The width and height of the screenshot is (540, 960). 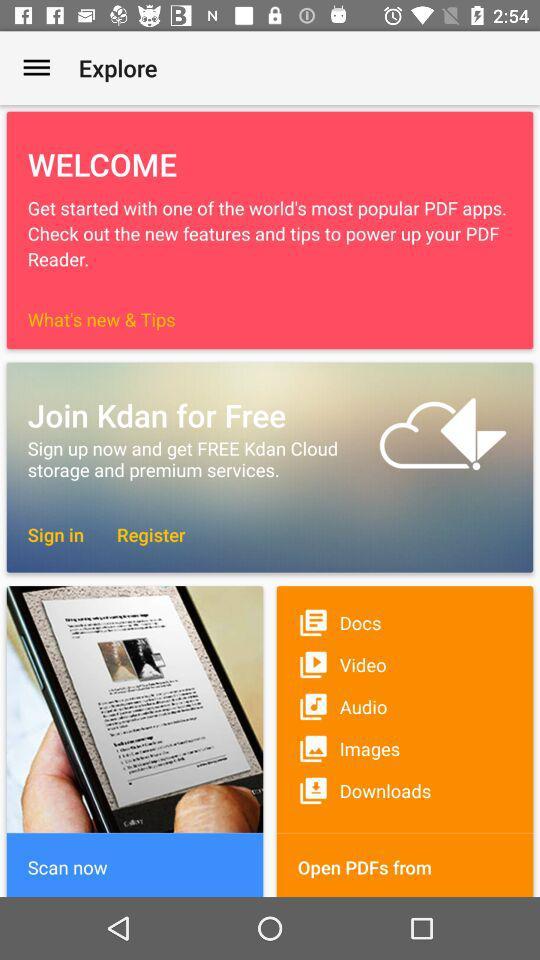 I want to click on item above video item, so click(x=405, y=621).